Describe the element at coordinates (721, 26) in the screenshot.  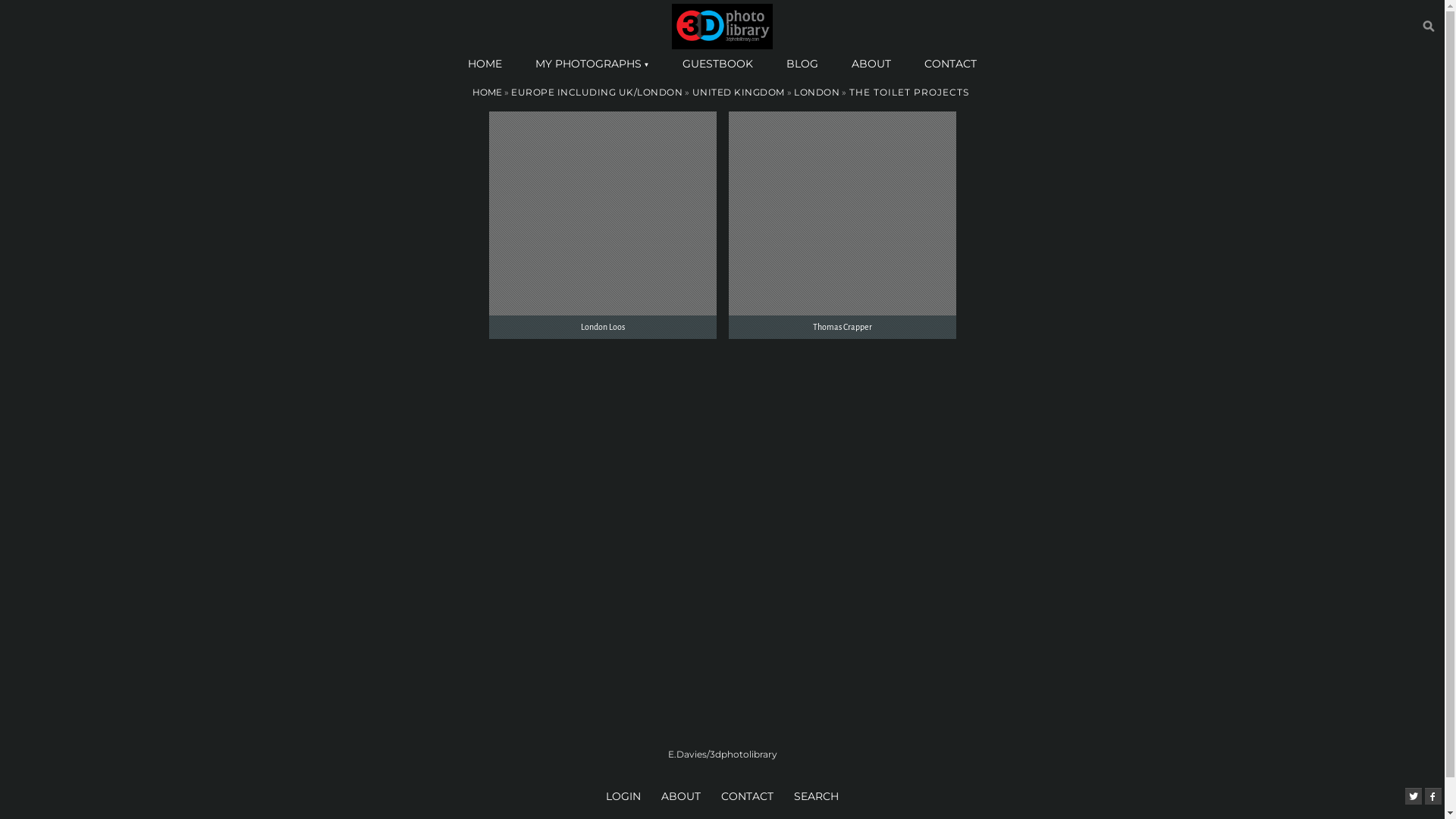
I see `'3dphotolibrary'` at that location.